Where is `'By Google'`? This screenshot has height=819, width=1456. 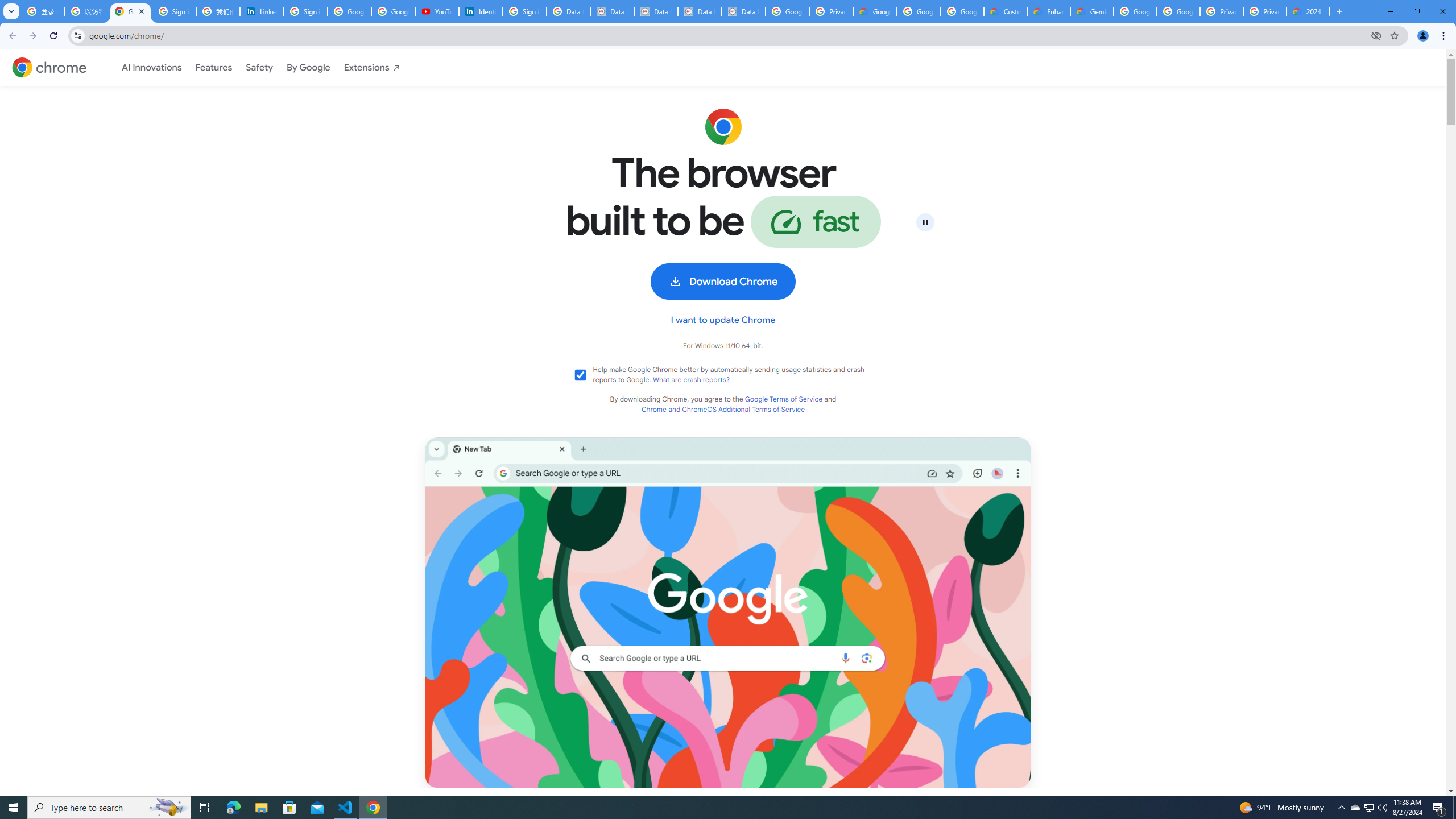
'By Google' is located at coordinates (308, 67).